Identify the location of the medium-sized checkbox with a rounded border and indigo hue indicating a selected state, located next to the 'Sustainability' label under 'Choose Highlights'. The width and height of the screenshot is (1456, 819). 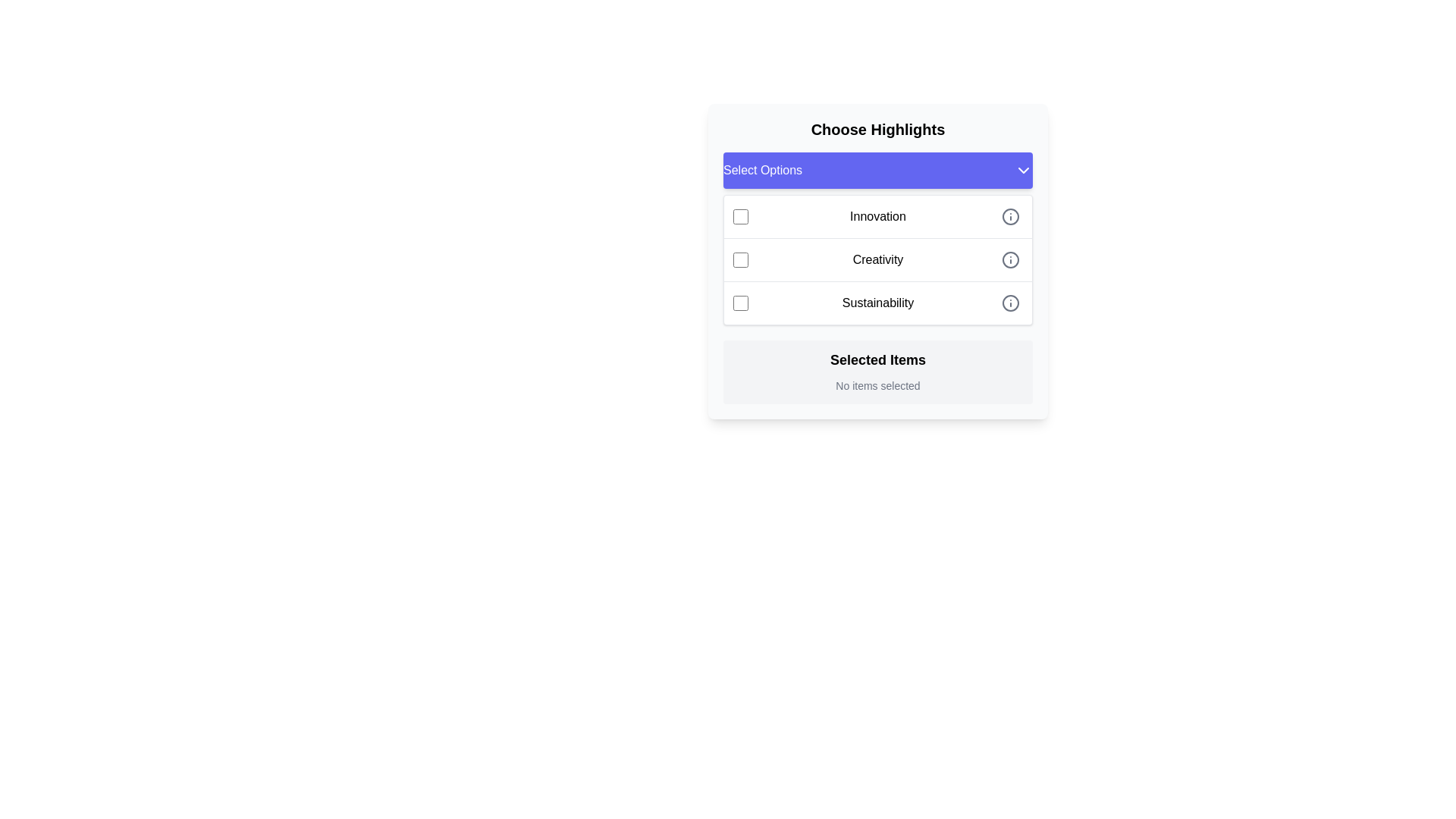
(741, 303).